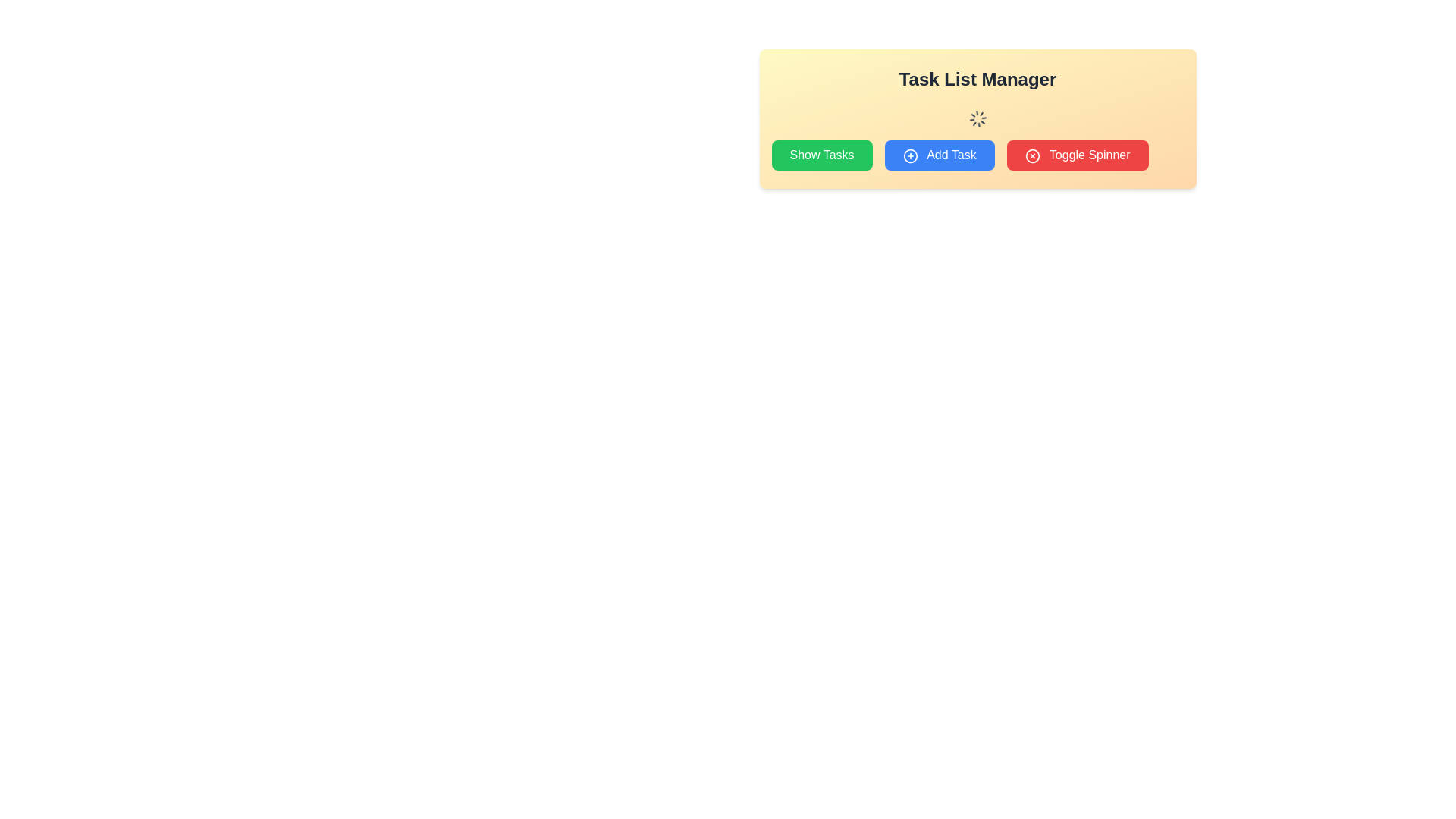 This screenshot has width=1456, height=819. What do you see at coordinates (977, 118) in the screenshot?
I see `the loader (spinner) icon indicating processing, which is a circular design with radial lines in shades of gray, centered between the title 'Task List Manager' and the action buttons` at bounding box center [977, 118].